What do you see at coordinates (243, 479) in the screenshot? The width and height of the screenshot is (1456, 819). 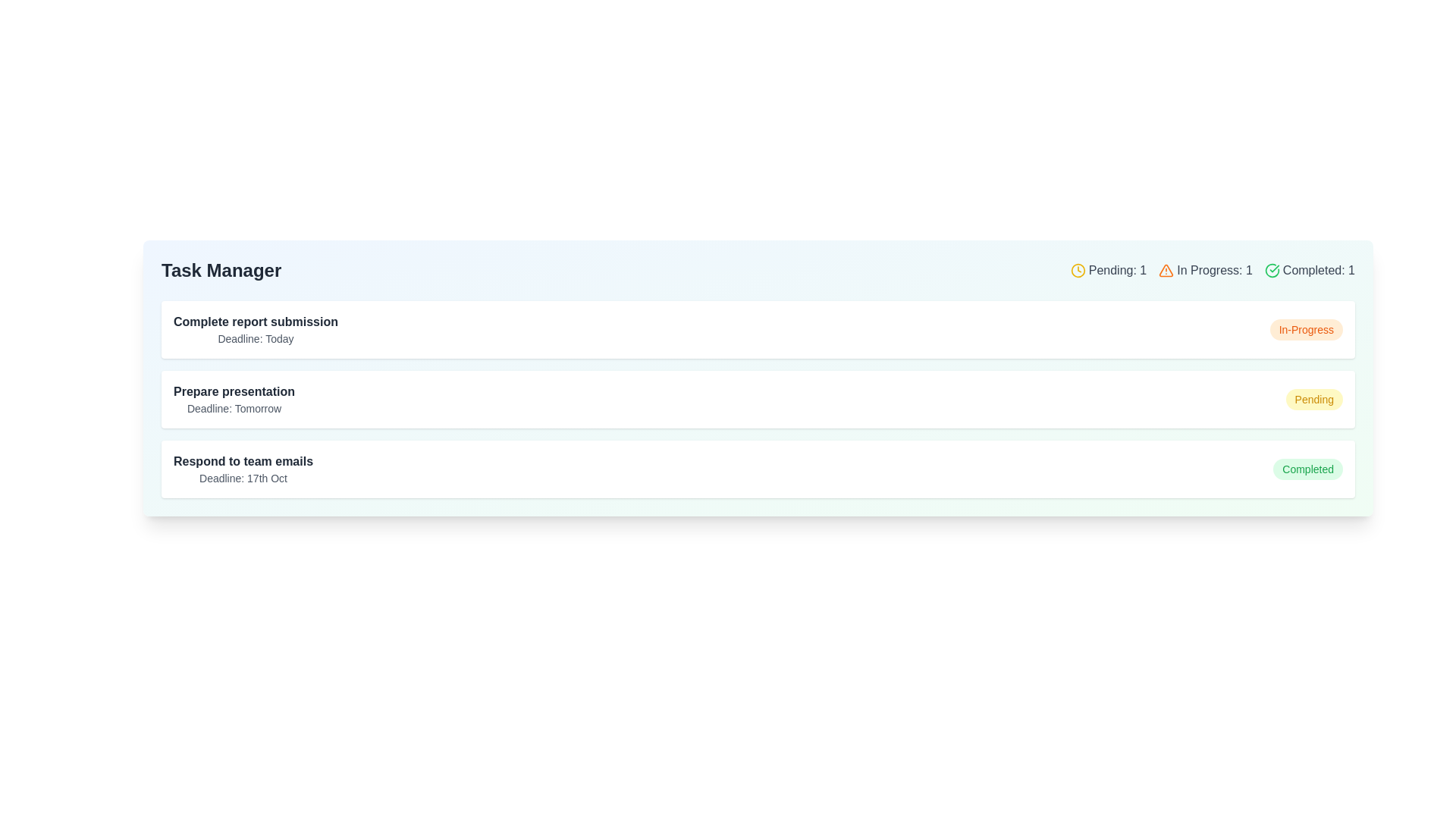 I see `the text label displaying 'Deadline: 17th Oct' located below the 'Respond to team emails' task in the 'Task Manager' interface` at bounding box center [243, 479].